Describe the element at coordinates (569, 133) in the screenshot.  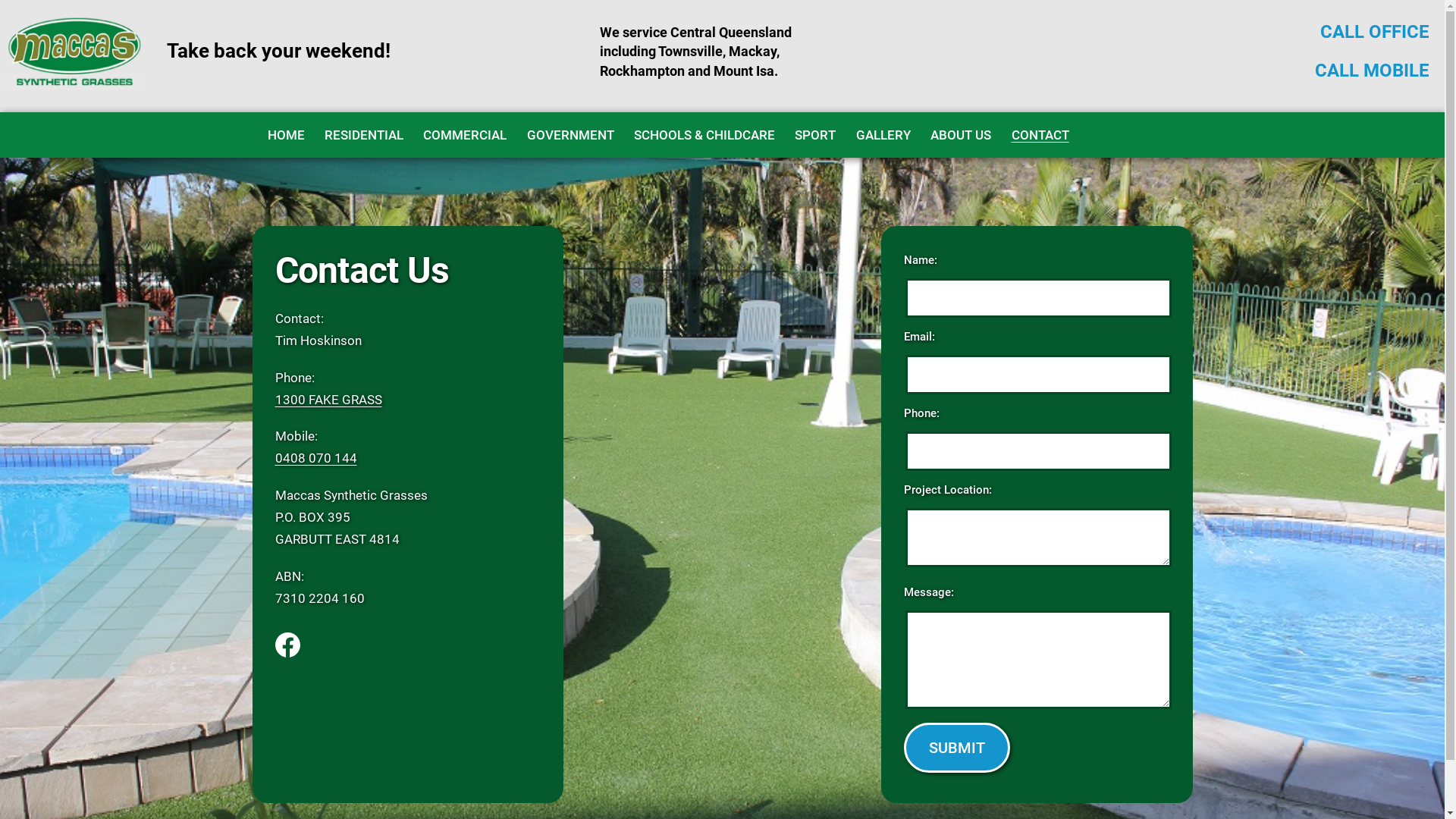
I see `'GOVERNMENT'` at that location.